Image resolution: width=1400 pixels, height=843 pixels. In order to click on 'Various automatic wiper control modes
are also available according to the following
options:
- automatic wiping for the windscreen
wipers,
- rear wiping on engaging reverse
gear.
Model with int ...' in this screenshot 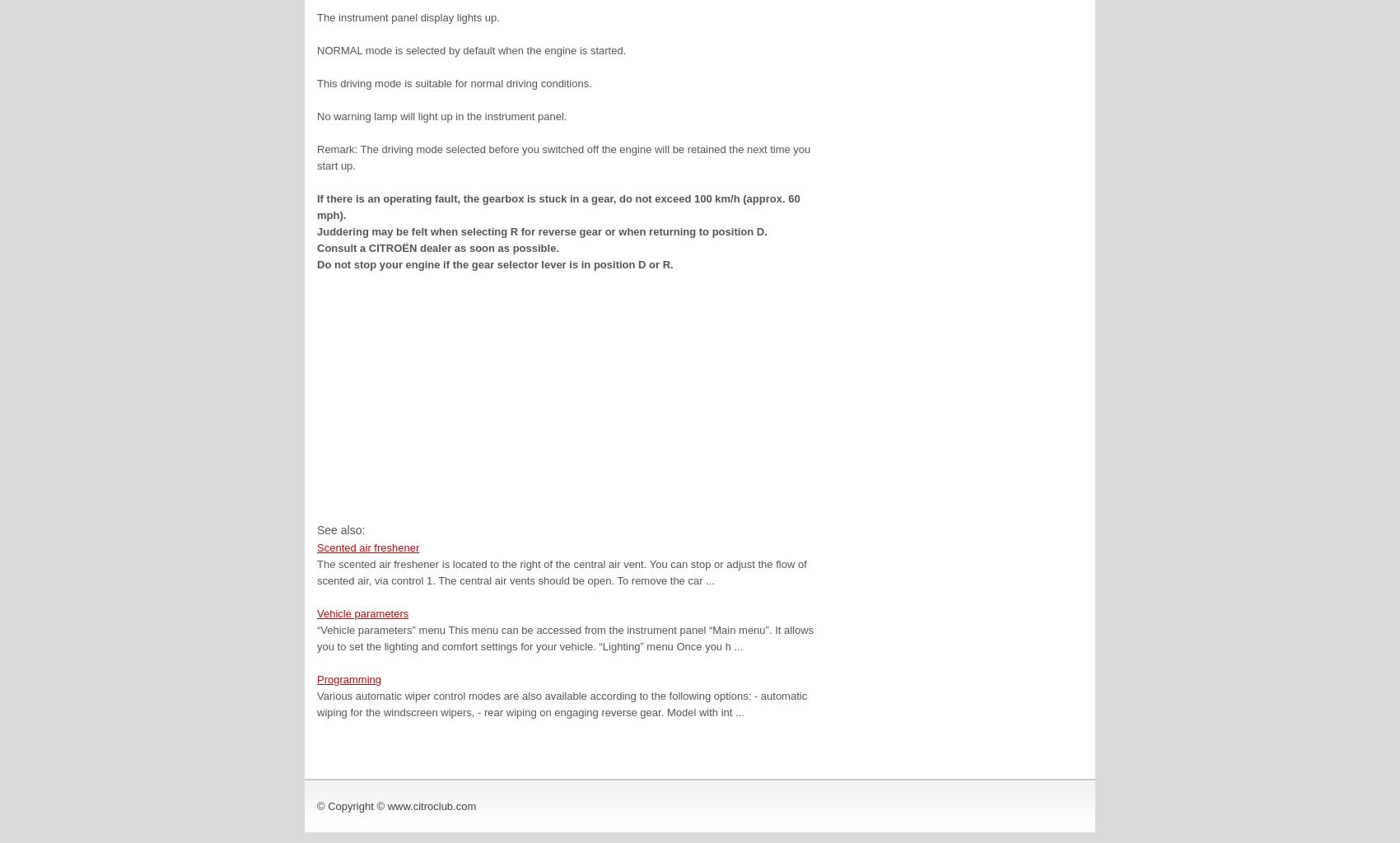, I will do `click(562, 704)`.